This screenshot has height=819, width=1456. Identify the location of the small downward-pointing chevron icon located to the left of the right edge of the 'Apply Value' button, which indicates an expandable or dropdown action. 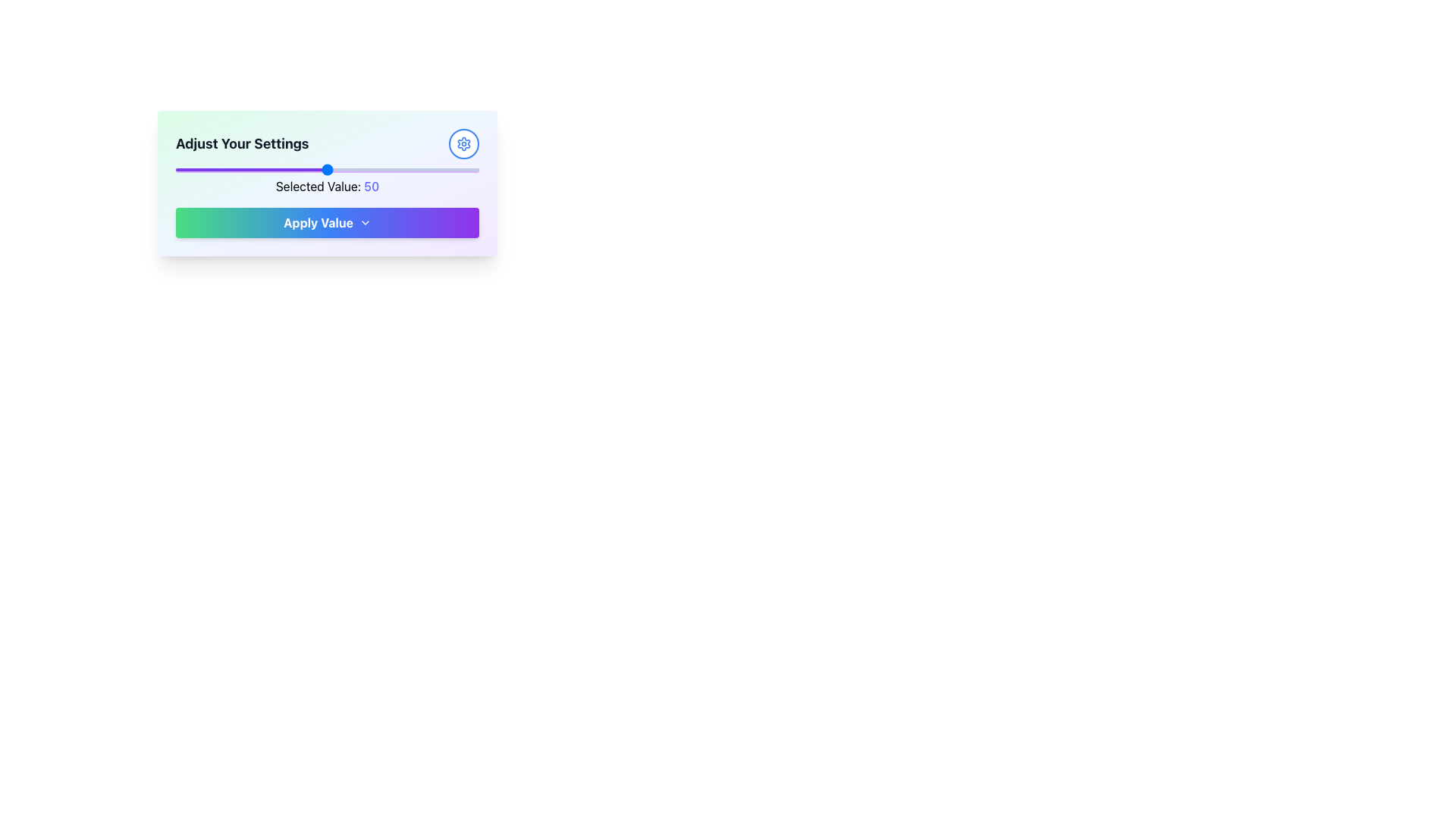
(365, 222).